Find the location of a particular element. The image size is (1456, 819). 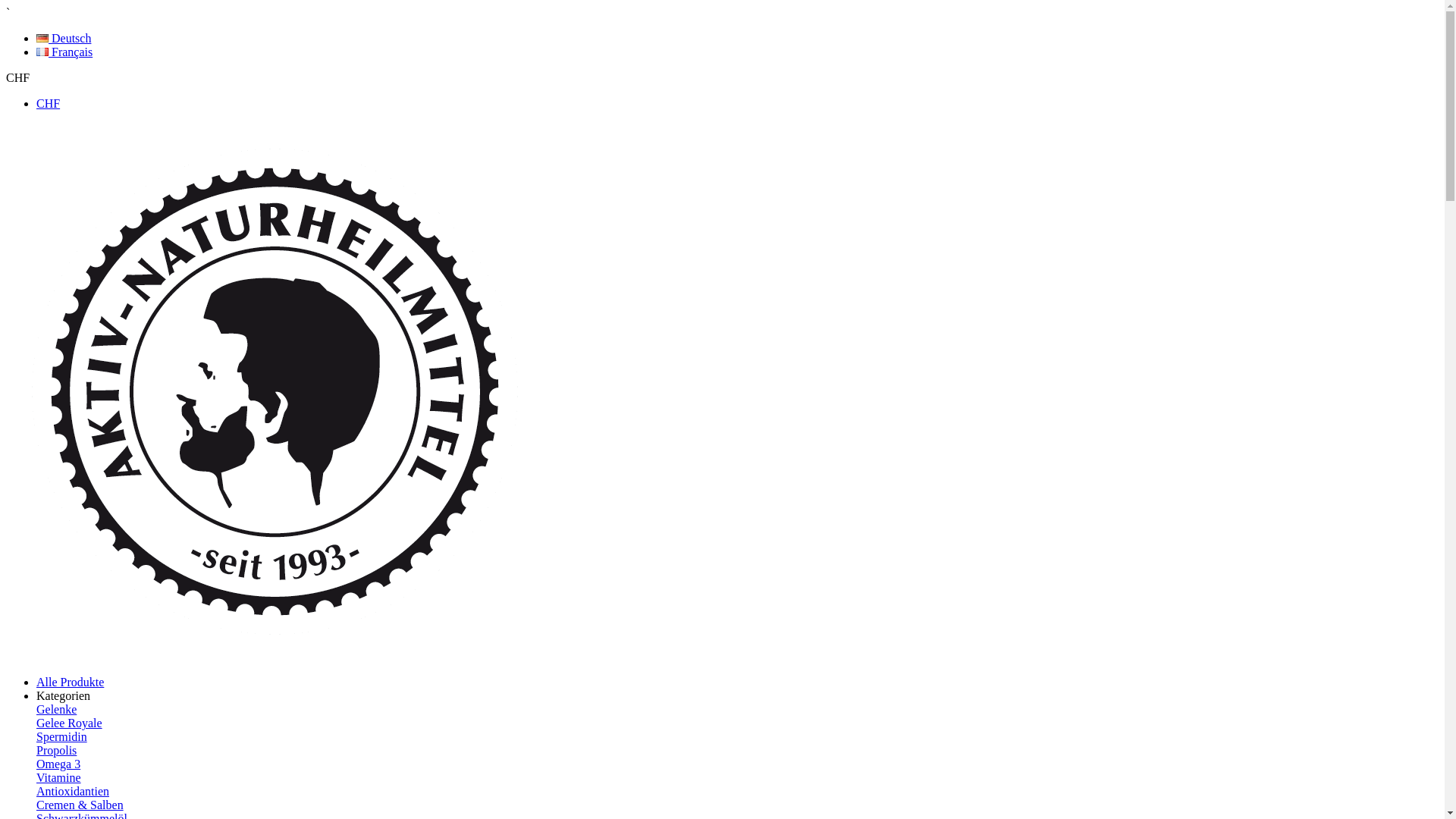

'Antioxidantien' is located at coordinates (72, 790).